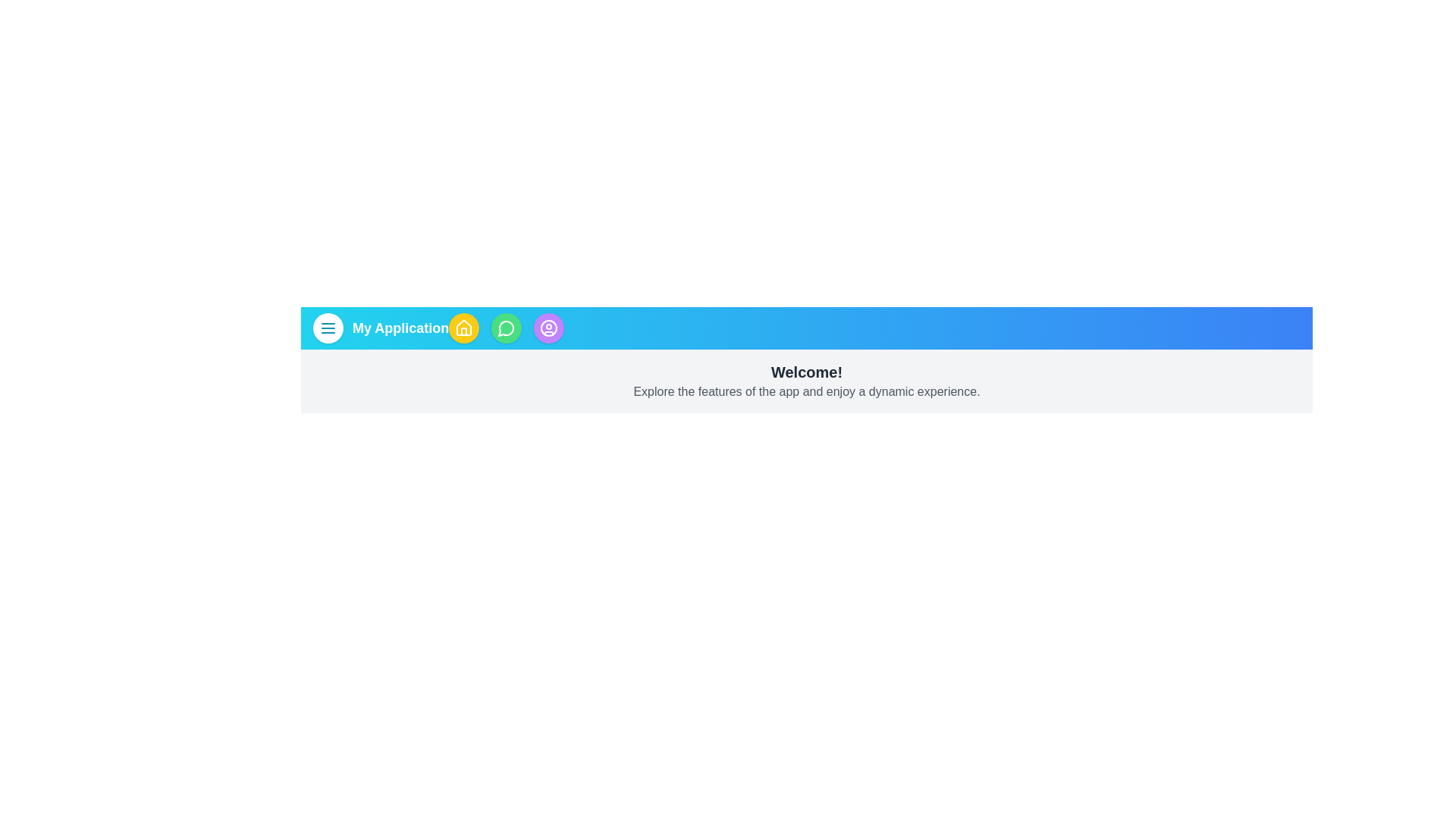 The width and height of the screenshot is (1456, 819). Describe the element at coordinates (327, 327) in the screenshot. I see `the menu button located at the top-left corner of the navigation bar` at that location.